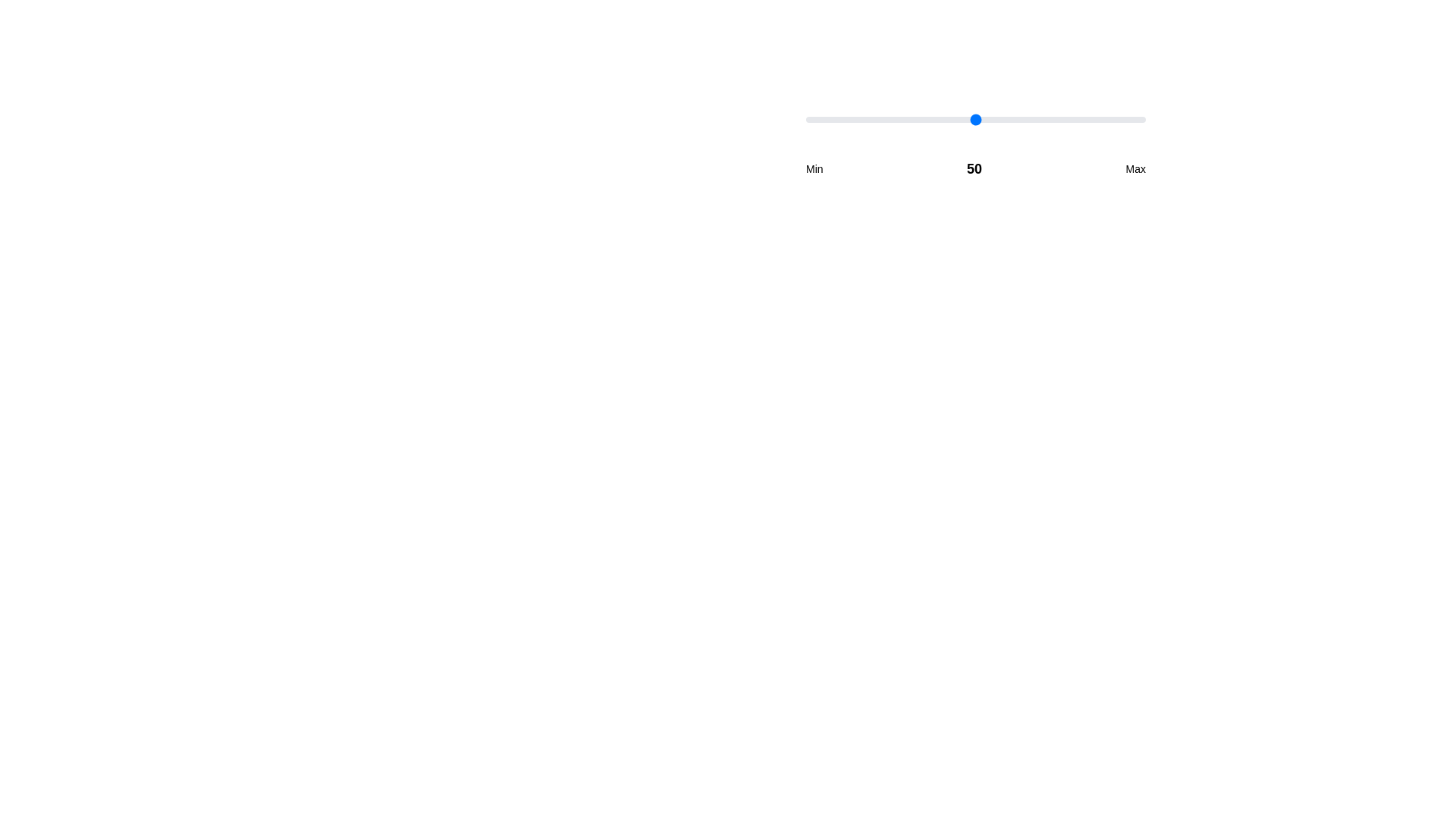  I want to click on the slider, so click(1040, 119).